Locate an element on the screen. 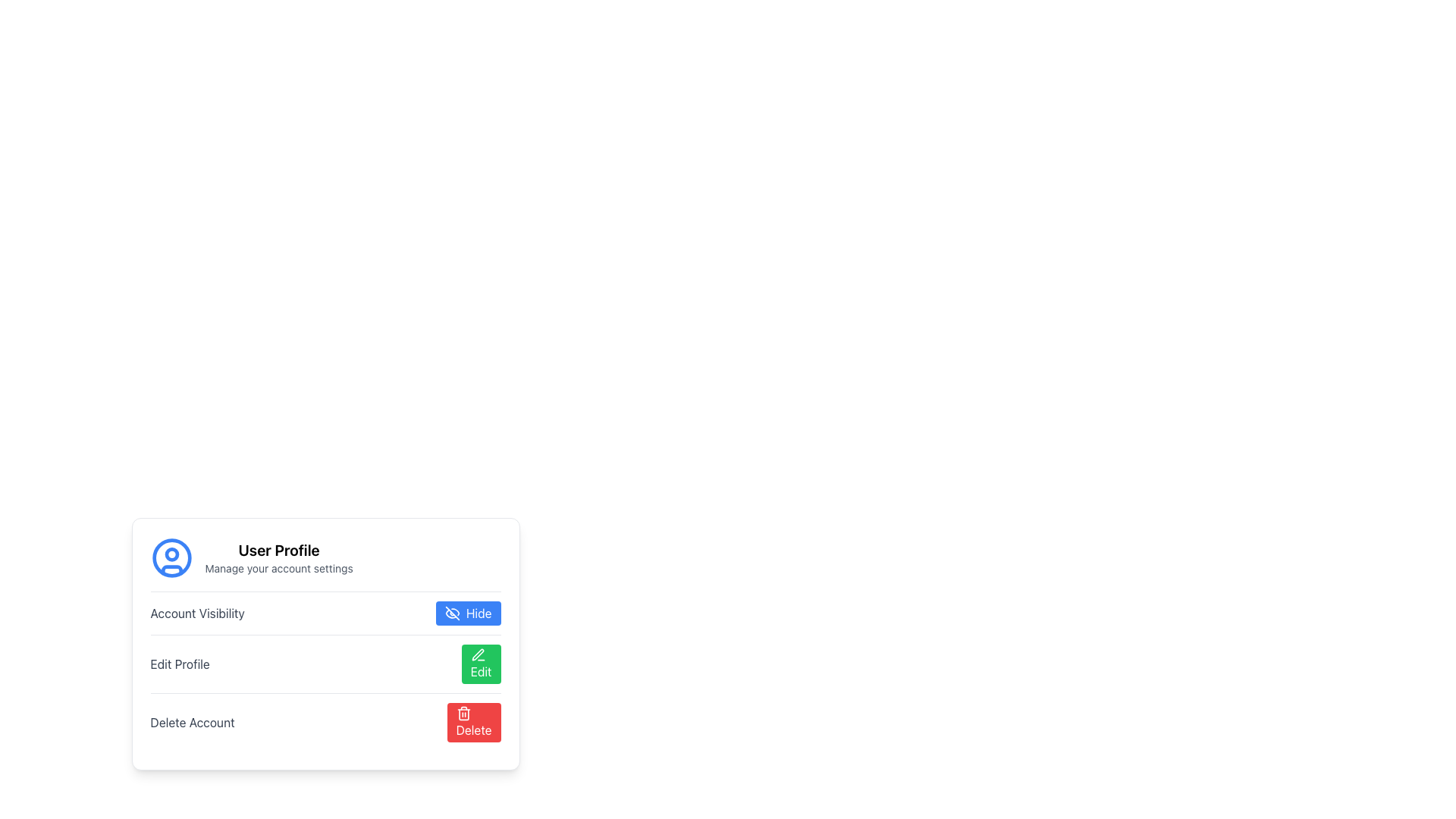 The image size is (1456, 819). the informational text label providing a description related to managing the user profile, positioned directly beneath the 'User Profile' heading is located at coordinates (279, 568).